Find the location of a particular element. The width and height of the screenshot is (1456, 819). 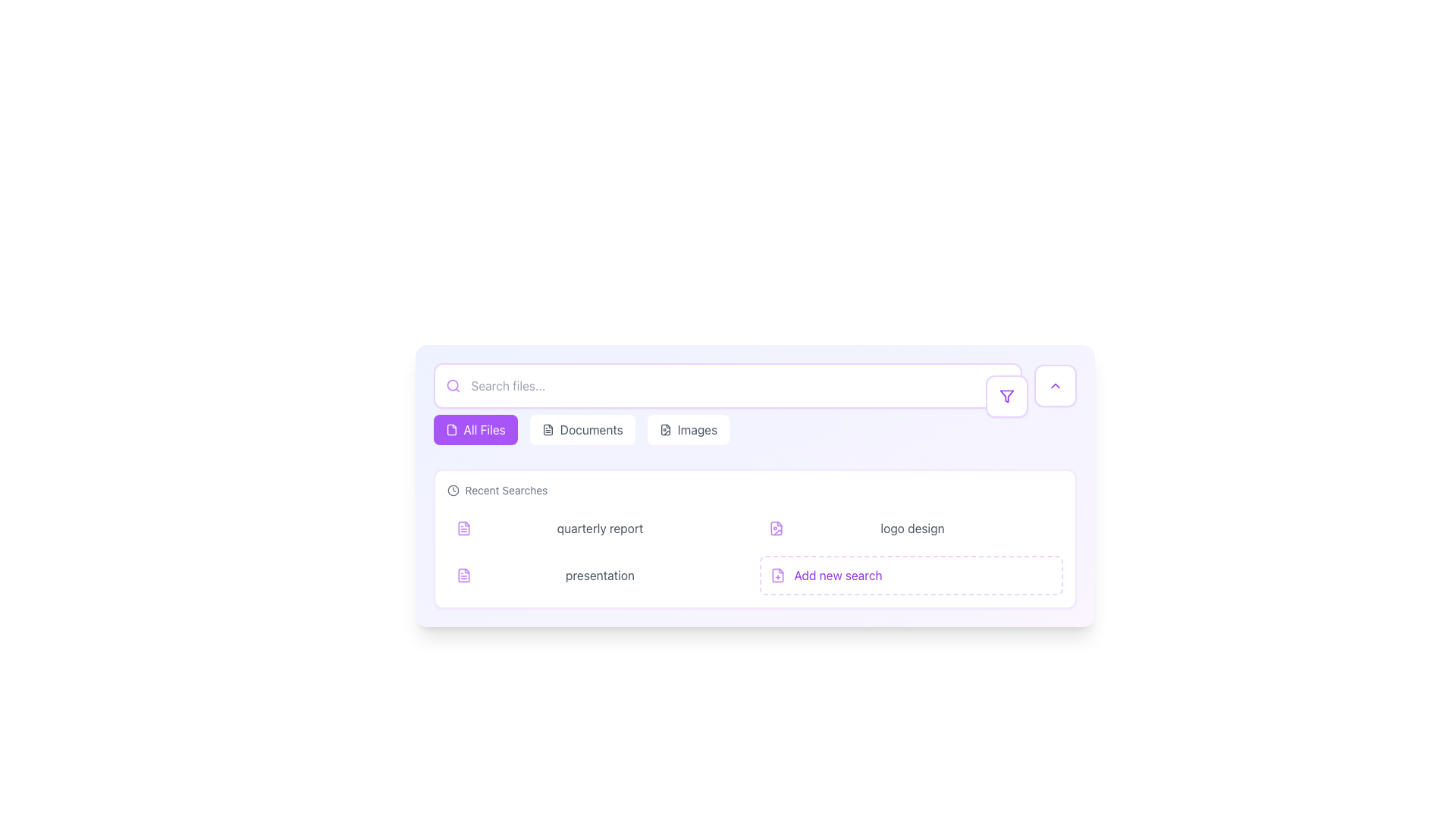

the 'Documents' text-based interactive tab located is located at coordinates (591, 430).